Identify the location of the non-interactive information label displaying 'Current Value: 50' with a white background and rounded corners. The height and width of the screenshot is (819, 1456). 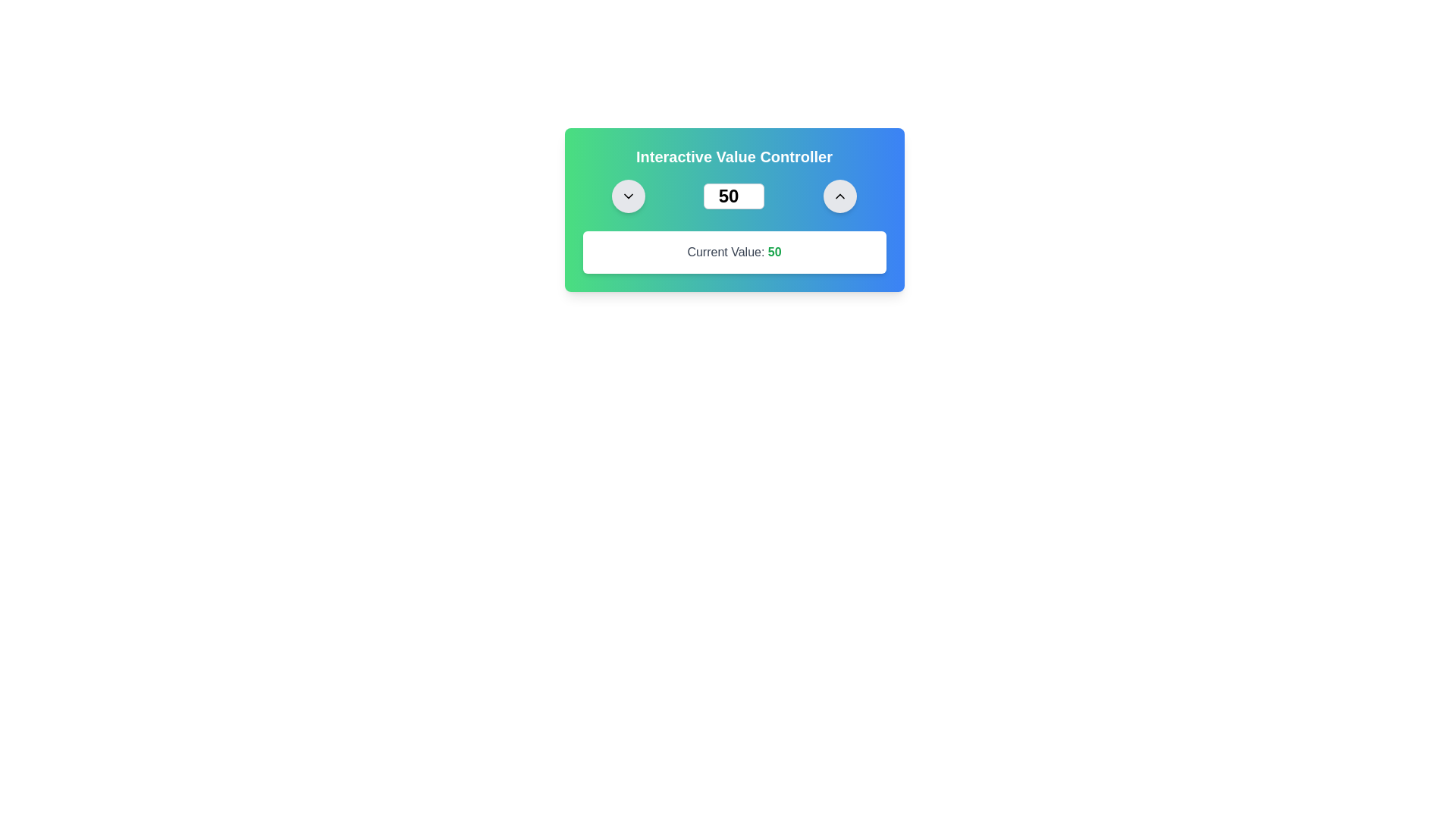
(734, 251).